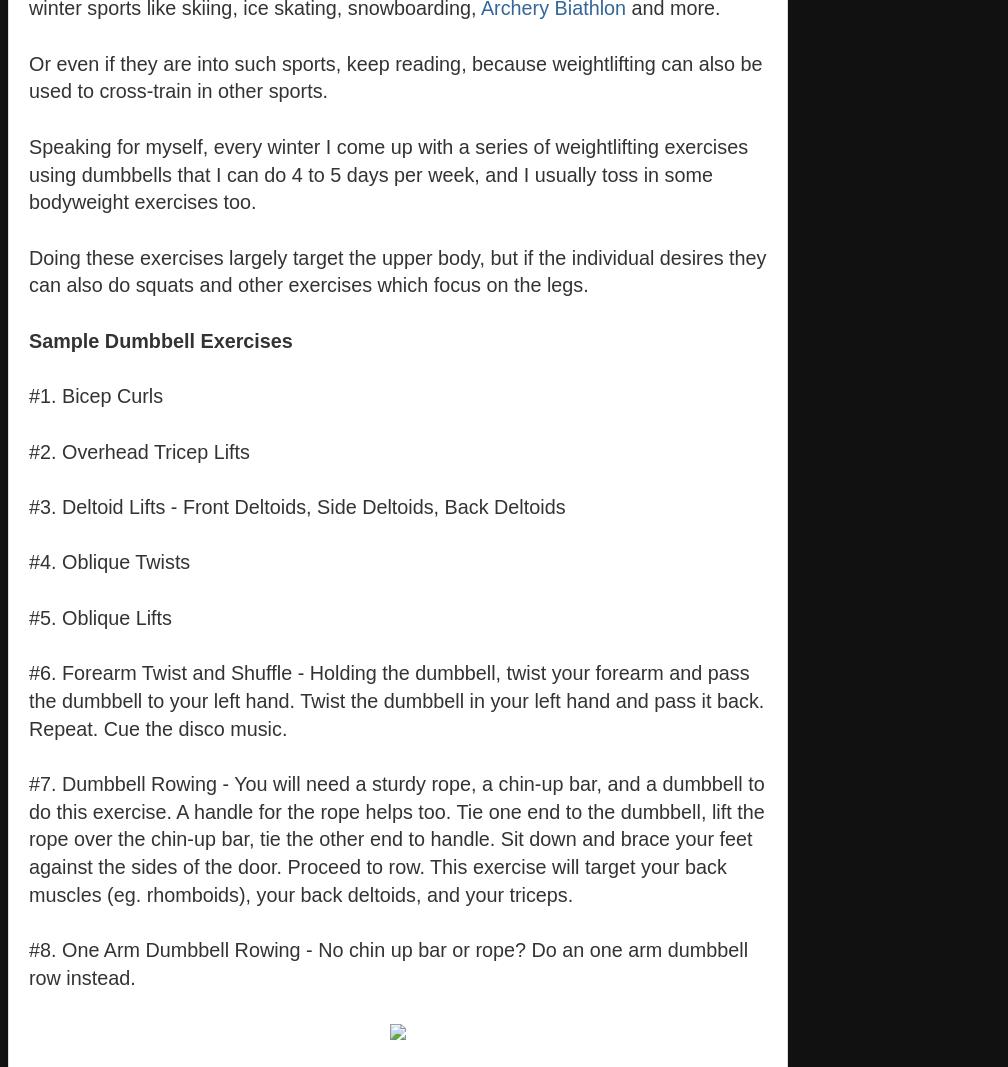 The height and width of the screenshot is (1067, 1008). Describe the element at coordinates (109, 561) in the screenshot. I see `'#4. Oblique Twists'` at that location.